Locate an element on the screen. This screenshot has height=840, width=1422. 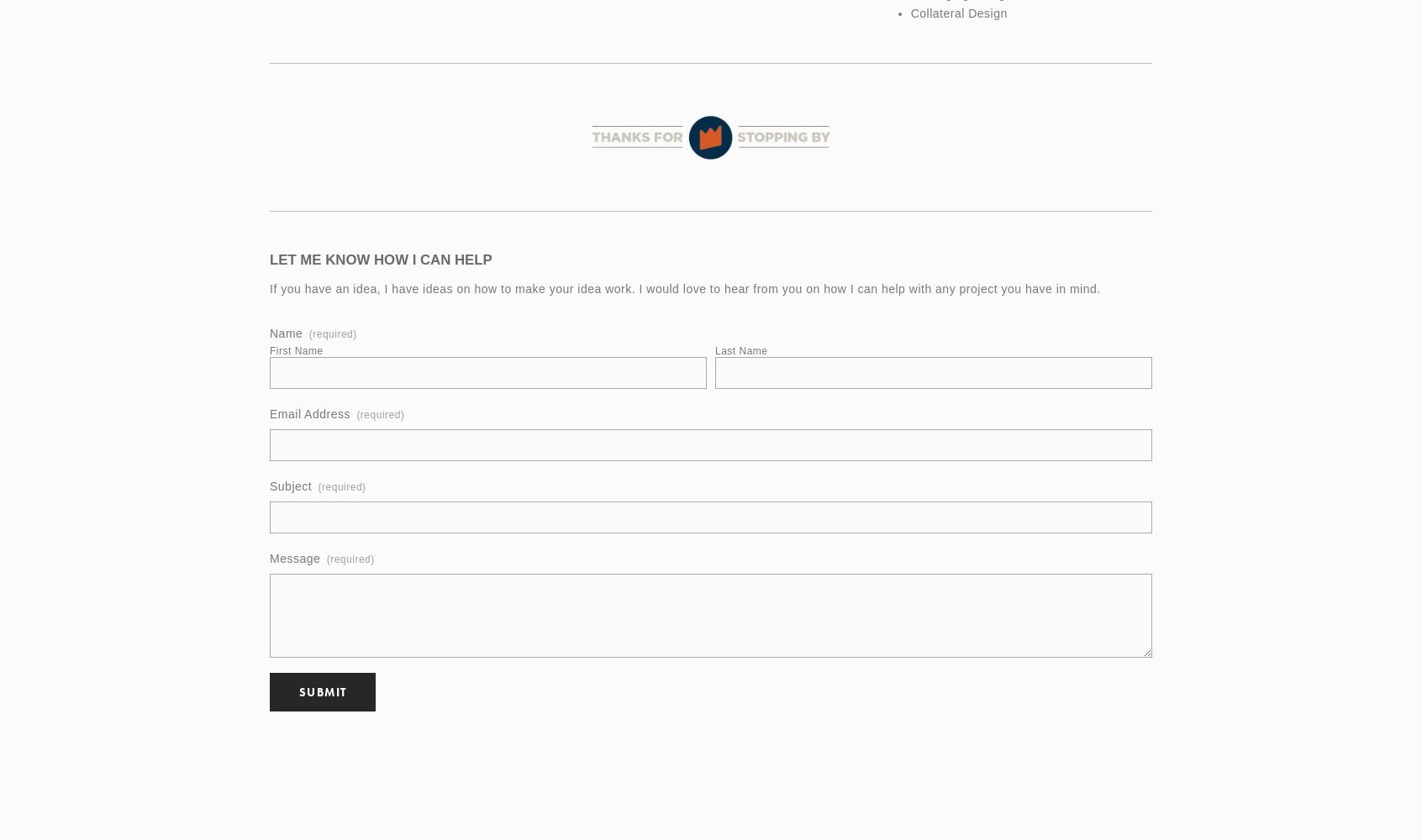
'Subject' is located at coordinates (290, 486).